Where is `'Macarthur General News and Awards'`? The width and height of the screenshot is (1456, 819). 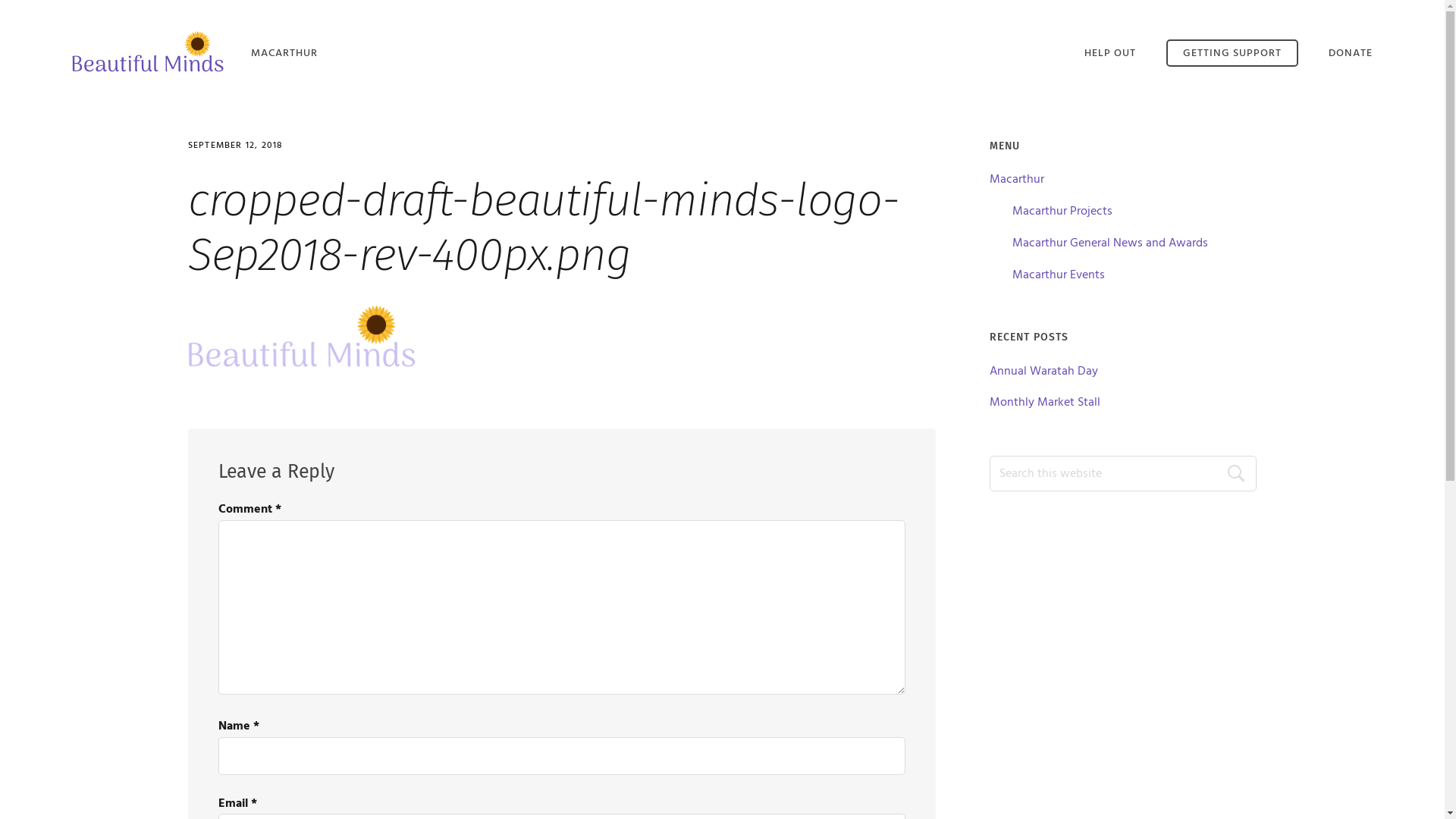
'Macarthur General News and Awards' is located at coordinates (1012, 242).